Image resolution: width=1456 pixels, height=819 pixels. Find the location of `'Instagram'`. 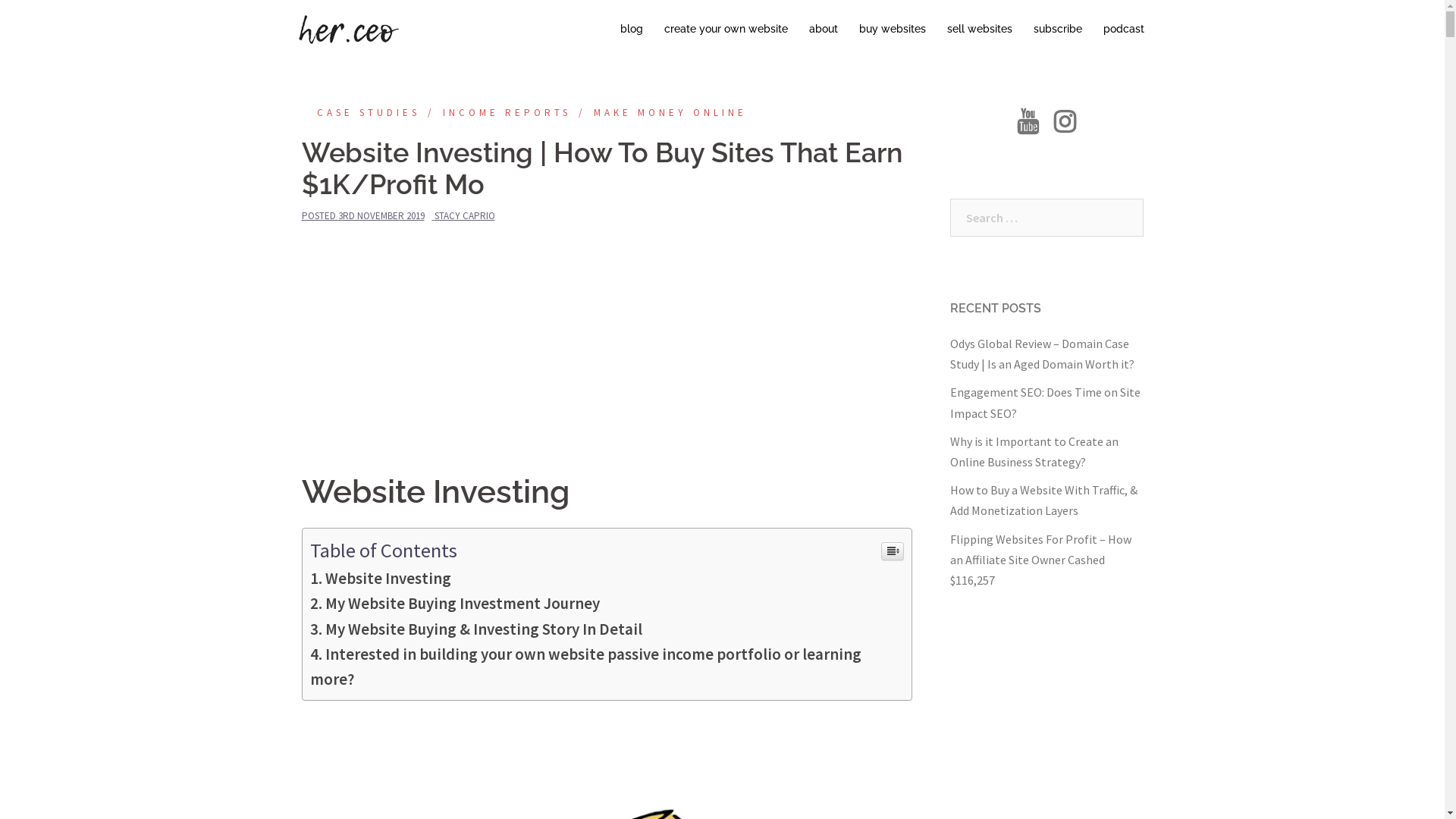

'Instagram' is located at coordinates (1064, 124).